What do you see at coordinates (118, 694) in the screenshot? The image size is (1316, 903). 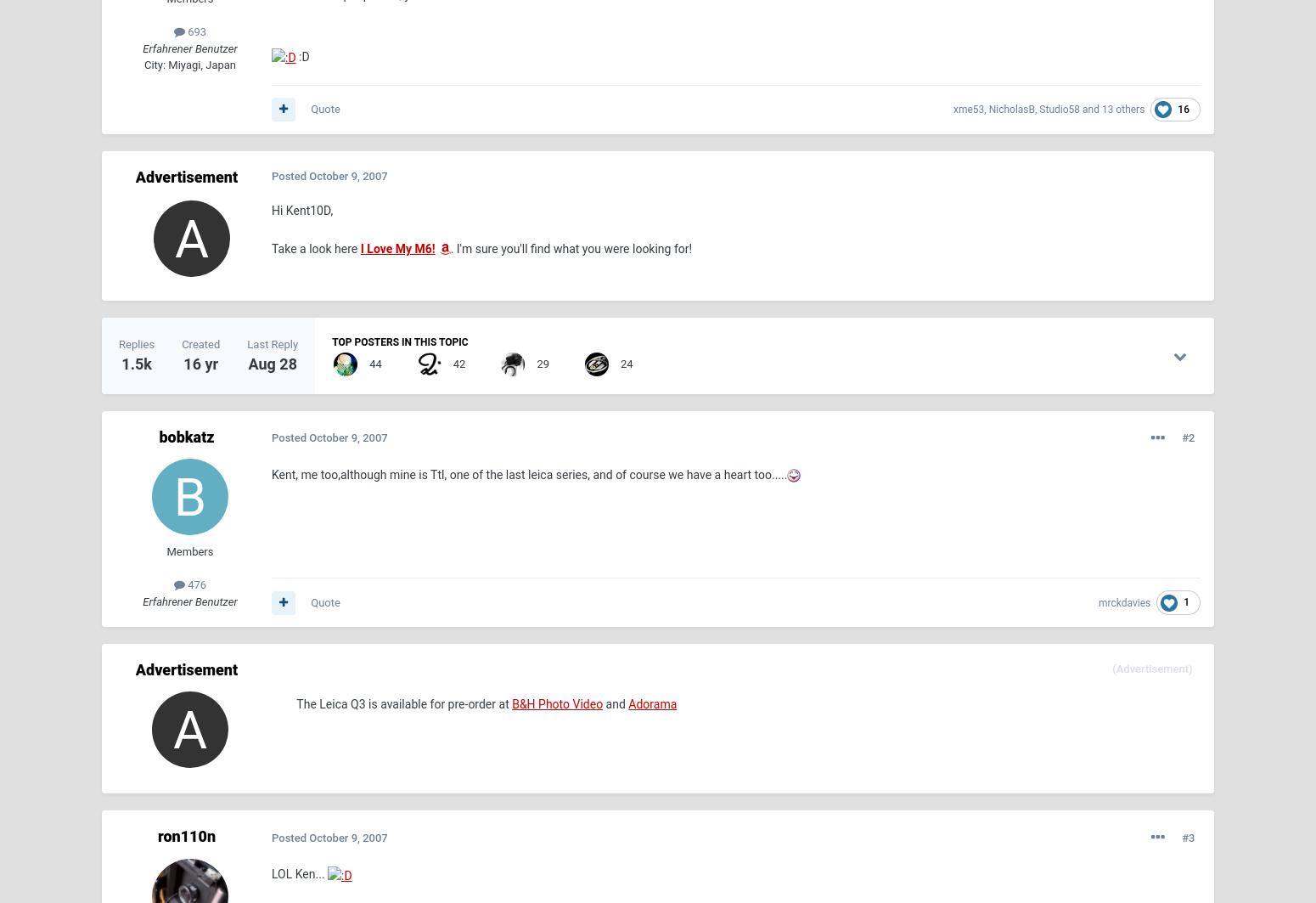 I see `'Home'` at bounding box center [118, 694].